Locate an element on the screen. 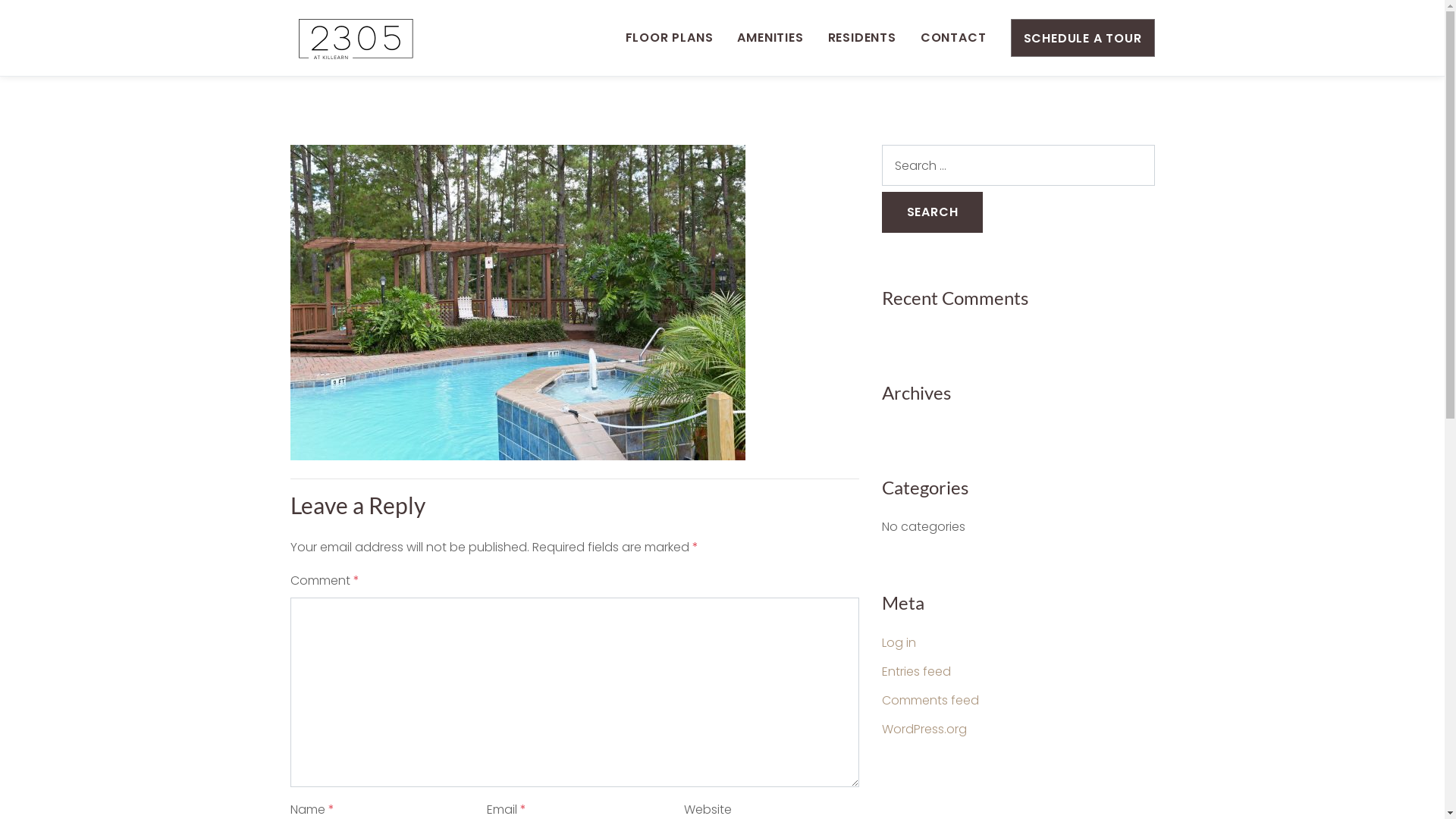 The height and width of the screenshot is (819, 1456). 'Log in' is located at coordinates (898, 642).